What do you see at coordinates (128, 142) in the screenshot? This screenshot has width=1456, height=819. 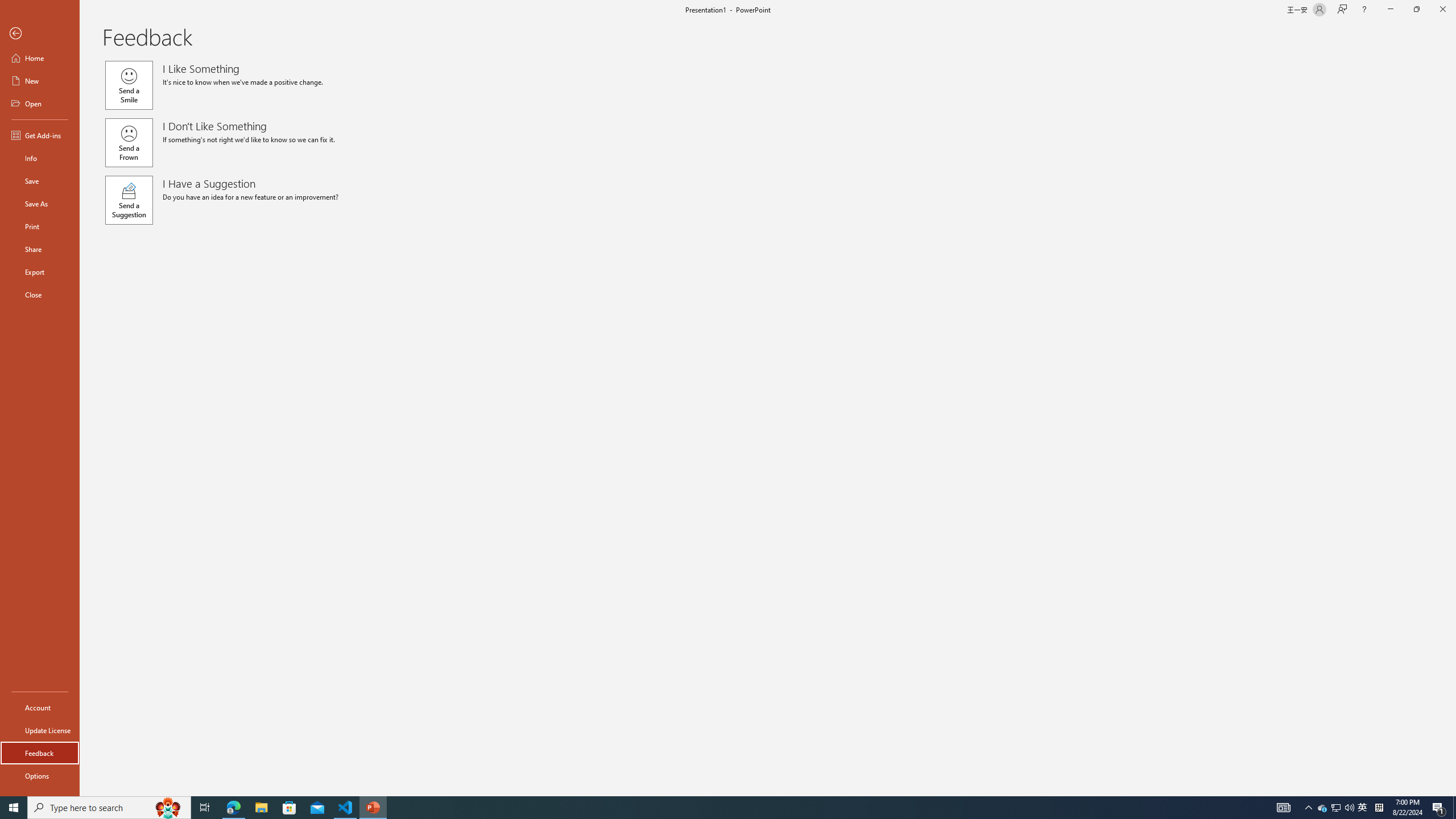 I see `'Send a Frown'` at bounding box center [128, 142].